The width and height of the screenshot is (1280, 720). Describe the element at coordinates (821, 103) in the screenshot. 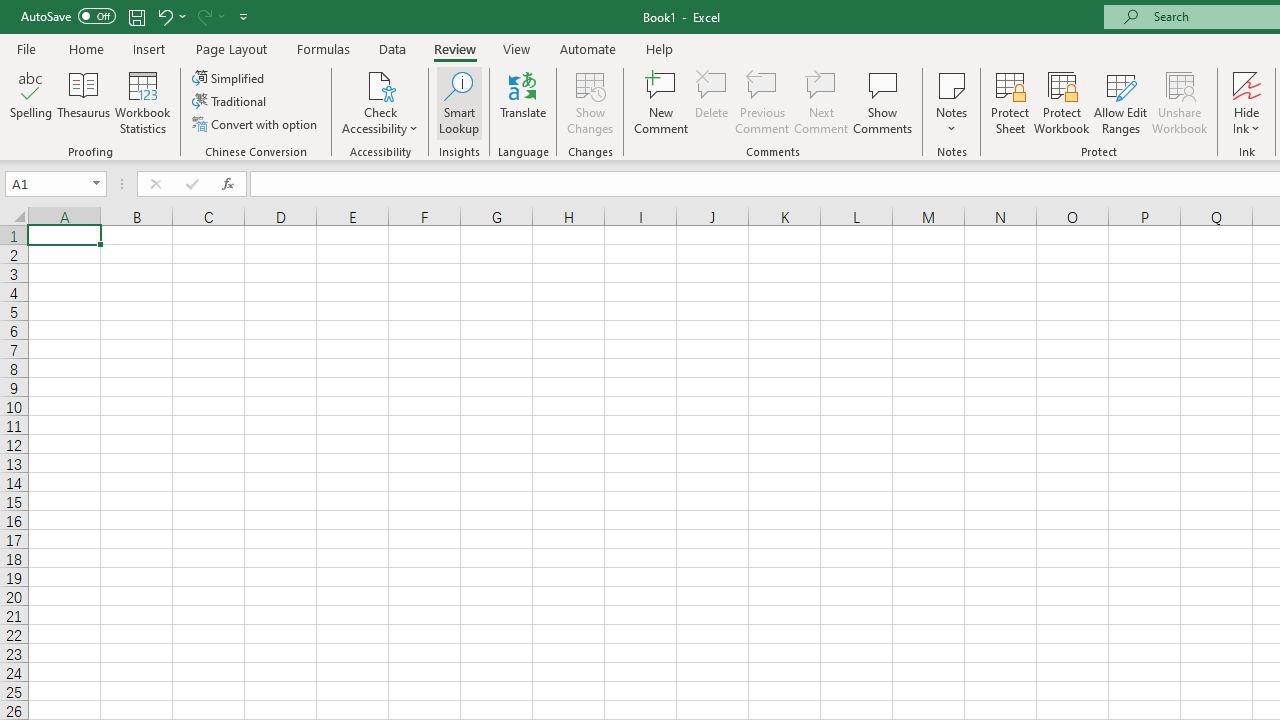

I see `'Next Comment'` at that location.